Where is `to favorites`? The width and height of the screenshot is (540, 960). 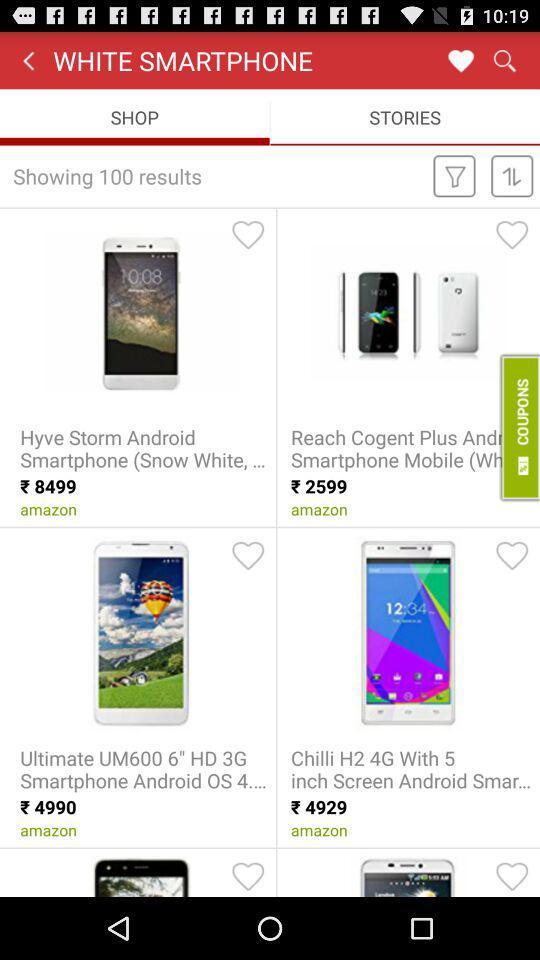
to favorites is located at coordinates (512, 234).